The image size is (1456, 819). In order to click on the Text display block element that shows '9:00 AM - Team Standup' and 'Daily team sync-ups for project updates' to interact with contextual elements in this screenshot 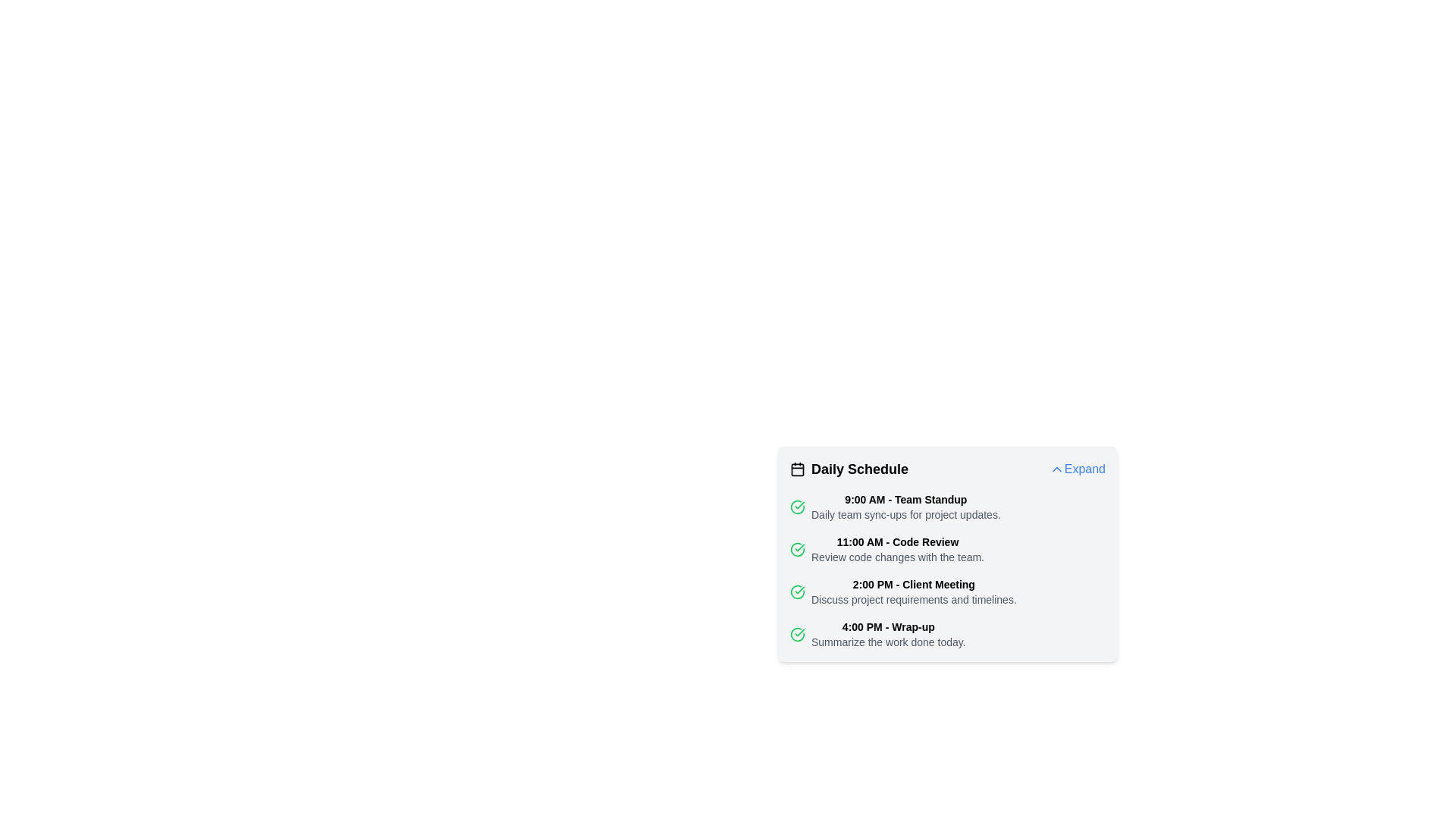, I will do `click(905, 507)`.